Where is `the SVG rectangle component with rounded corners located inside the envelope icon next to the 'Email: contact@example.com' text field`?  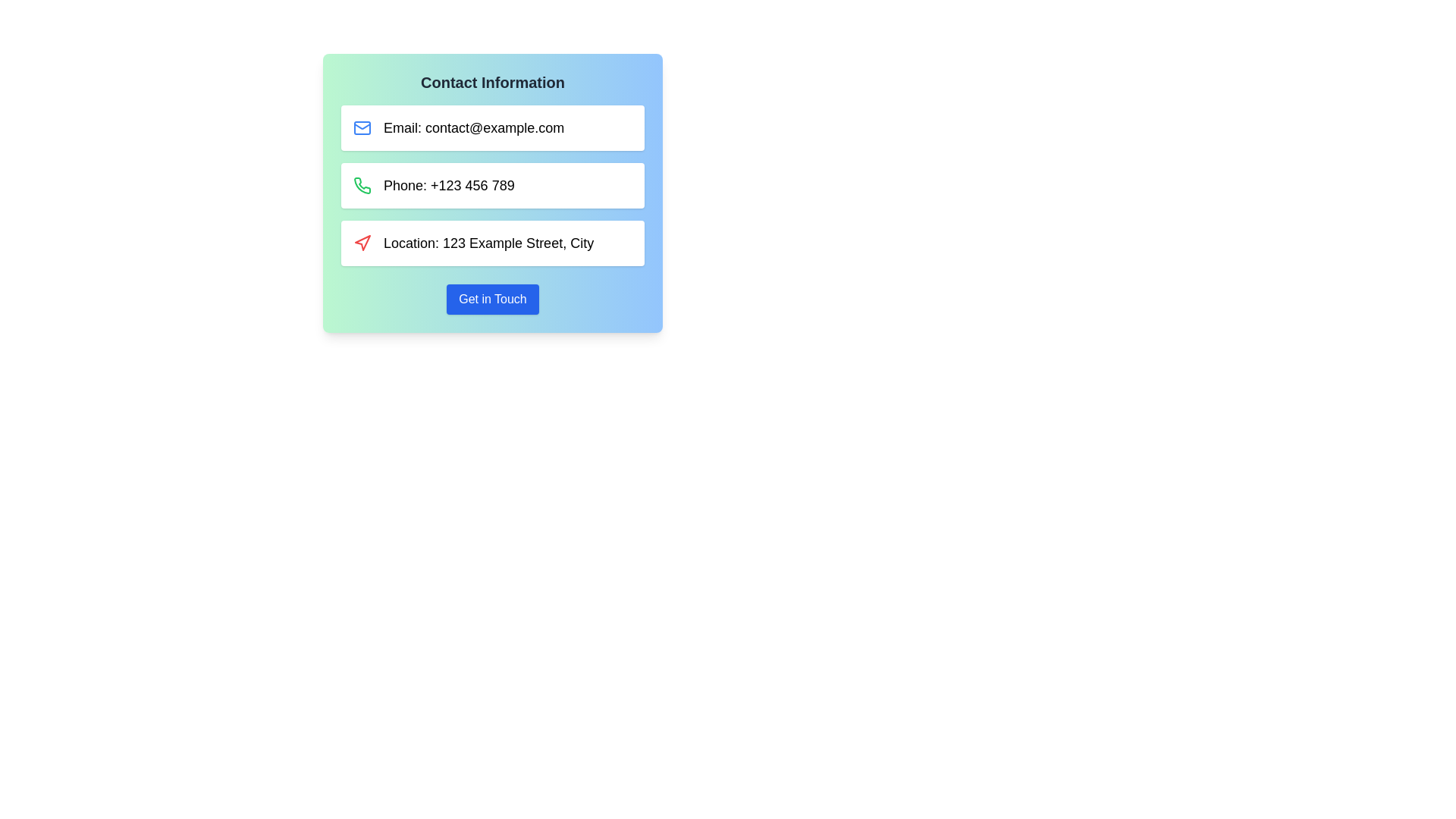 the SVG rectangle component with rounded corners located inside the envelope icon next to the 'Email: contact@example.com' text field is located at coordinates (362, 127).